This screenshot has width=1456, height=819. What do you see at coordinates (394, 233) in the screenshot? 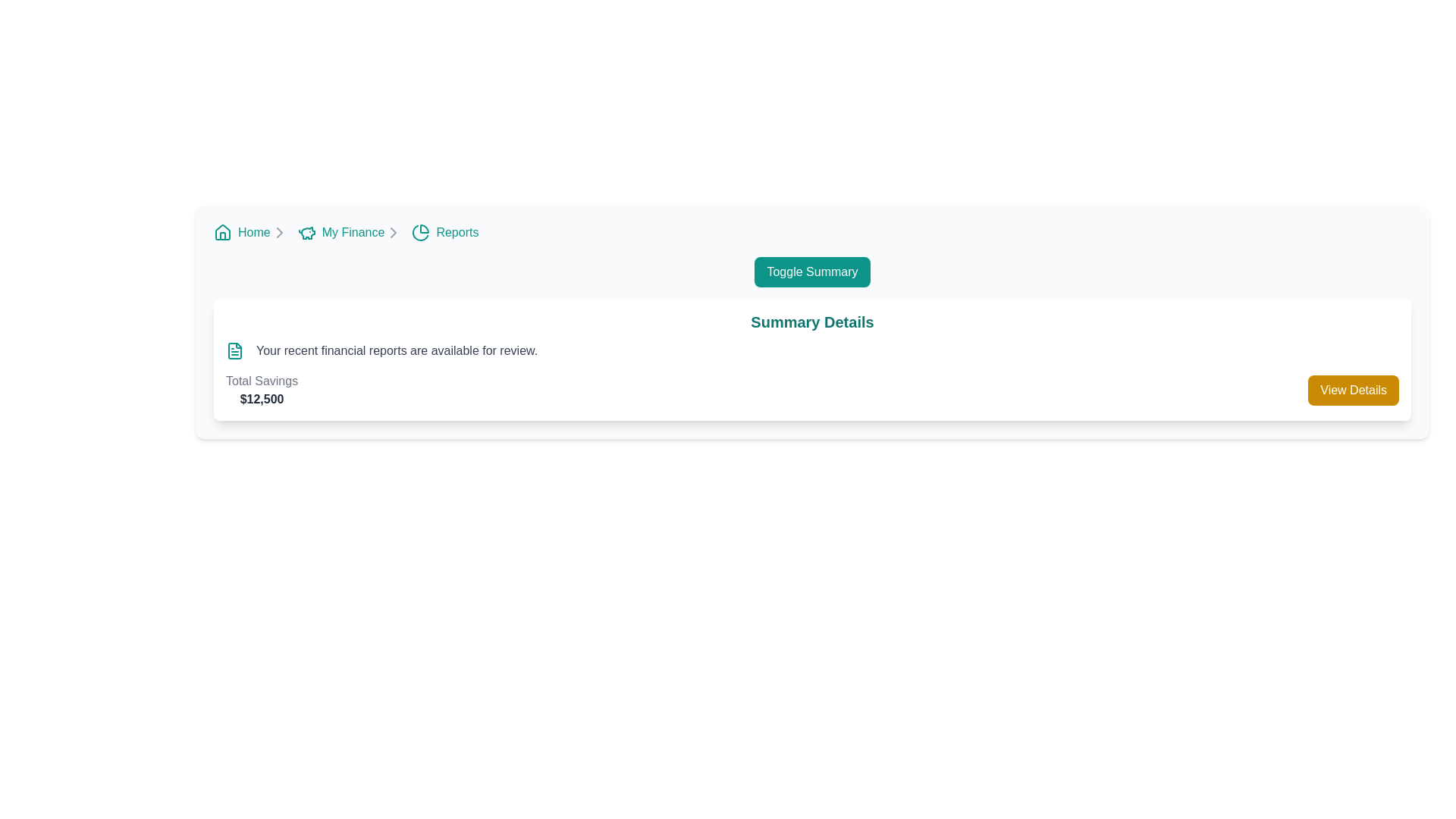
I see `the Chevron icon in the breadcrumb navigation bar, which is positioned immediately after the 'My Finance' link, serving as a visual guide for navigation flow` at bounding box center [394, 233].